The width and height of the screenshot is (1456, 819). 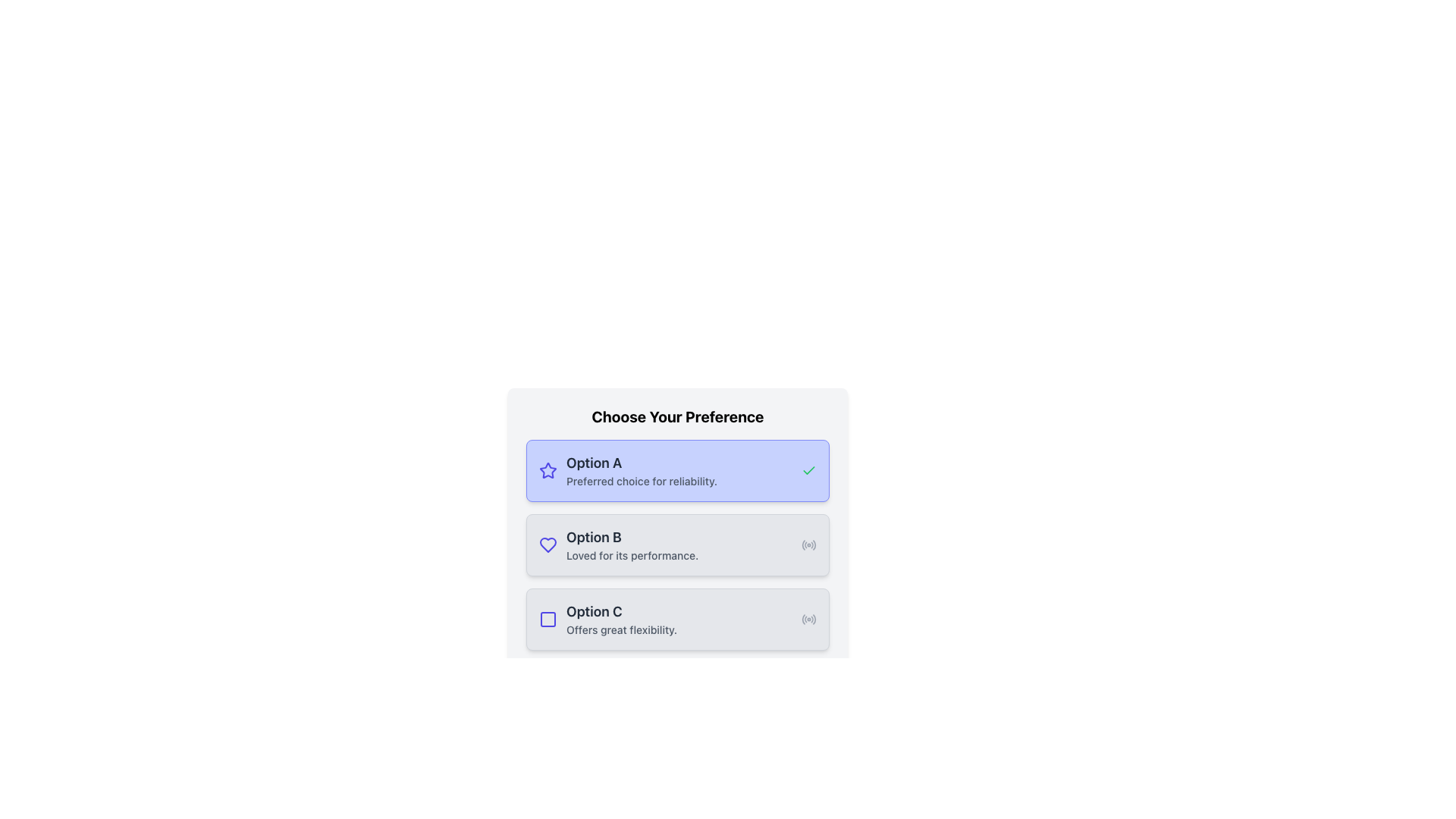 What do you see at coordinates (679, 544) in the screenshot?
I see `the Text block (descriptive content) positioned on the second row of options, between 'Option A' and 'Option C'` at bounding box center [679, 544].